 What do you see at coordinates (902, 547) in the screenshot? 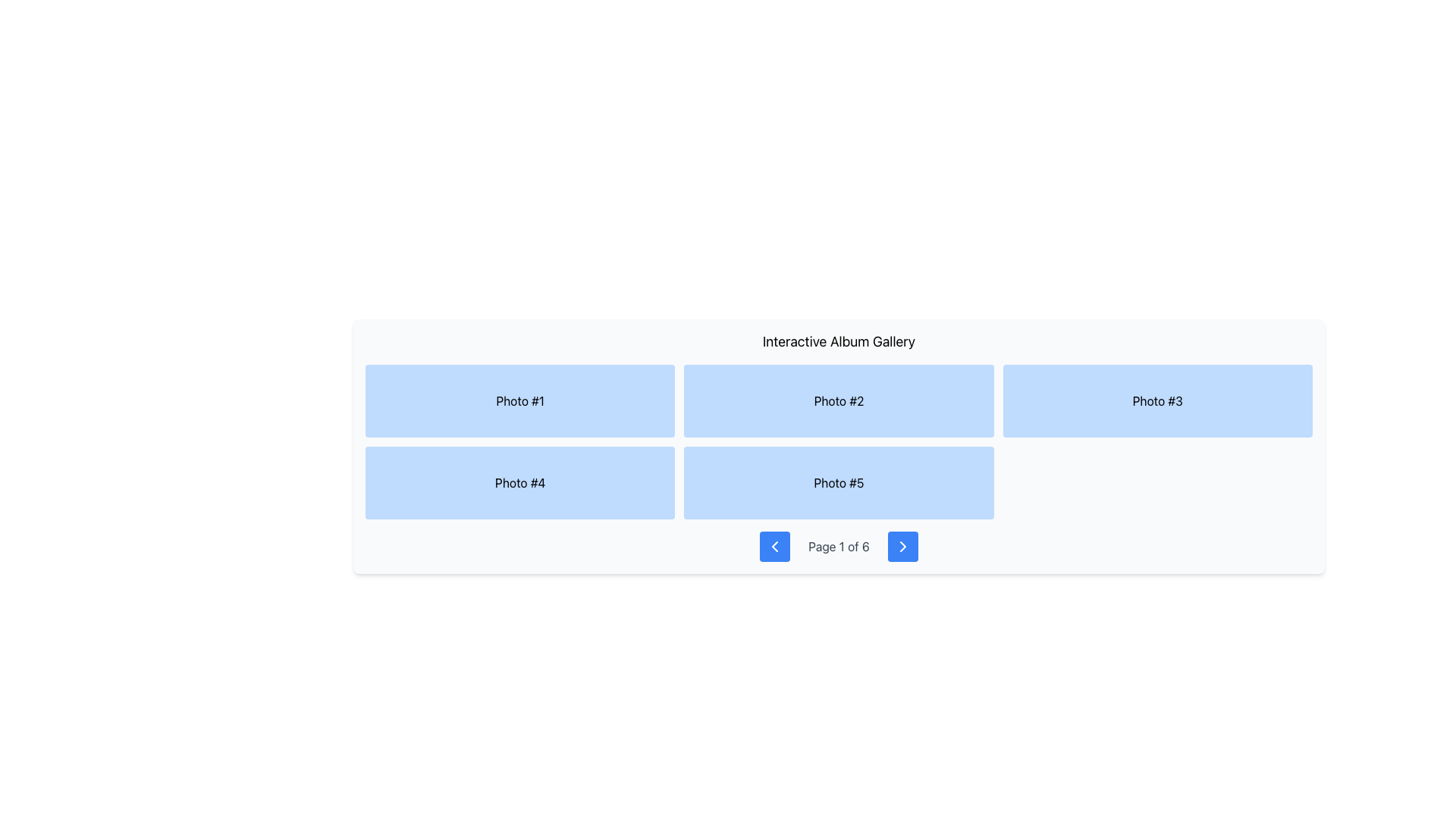
I see `the rightward-facing arrow icon inside the blue circular button located on the far right of the lower navigation bar` at bounding box center [902, 547].